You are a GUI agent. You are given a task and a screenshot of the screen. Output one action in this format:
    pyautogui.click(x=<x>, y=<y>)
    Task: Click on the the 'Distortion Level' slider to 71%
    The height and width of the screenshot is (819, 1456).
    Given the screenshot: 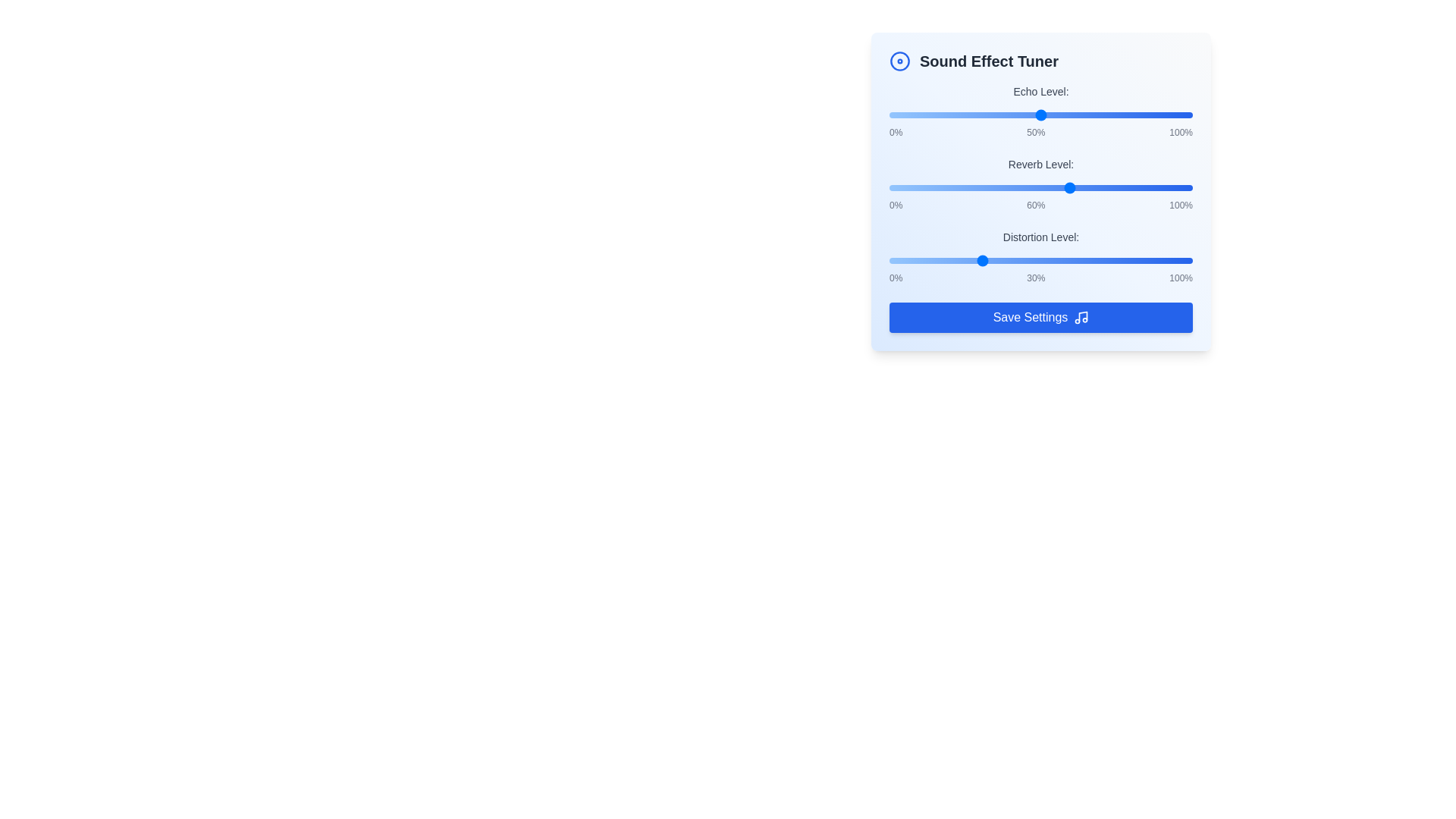 What is the action you would take?
    pyautogui.click(x=1105, y=259)
    